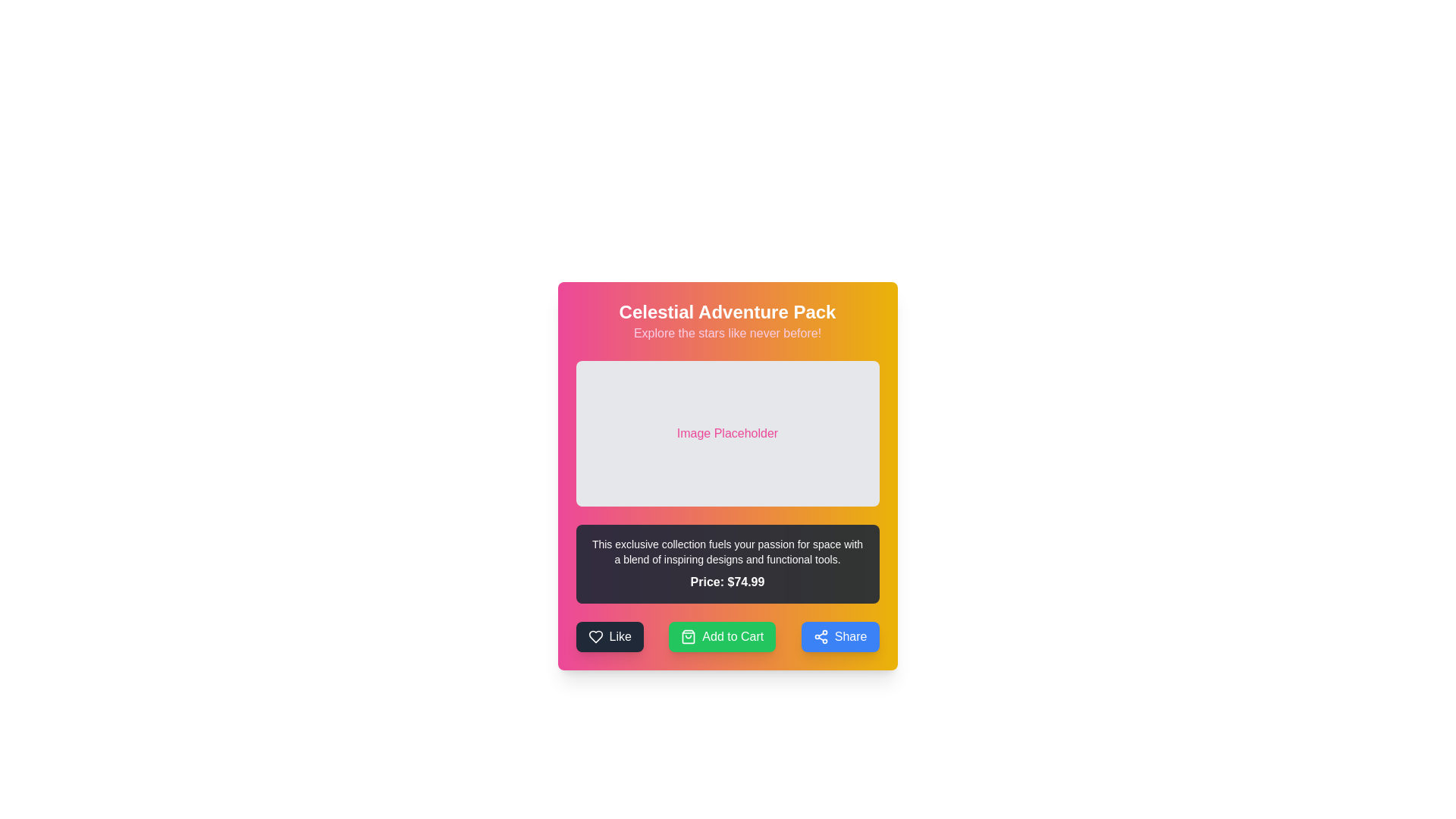 The width and height of the screenshot is (1456, 819). Describe the element at coordinates (595, 637) in the screenshot. I see `on the heart-shaped icon within the dark rectangular button labeled 'Like' at the bottom left of the card interface` at that location.